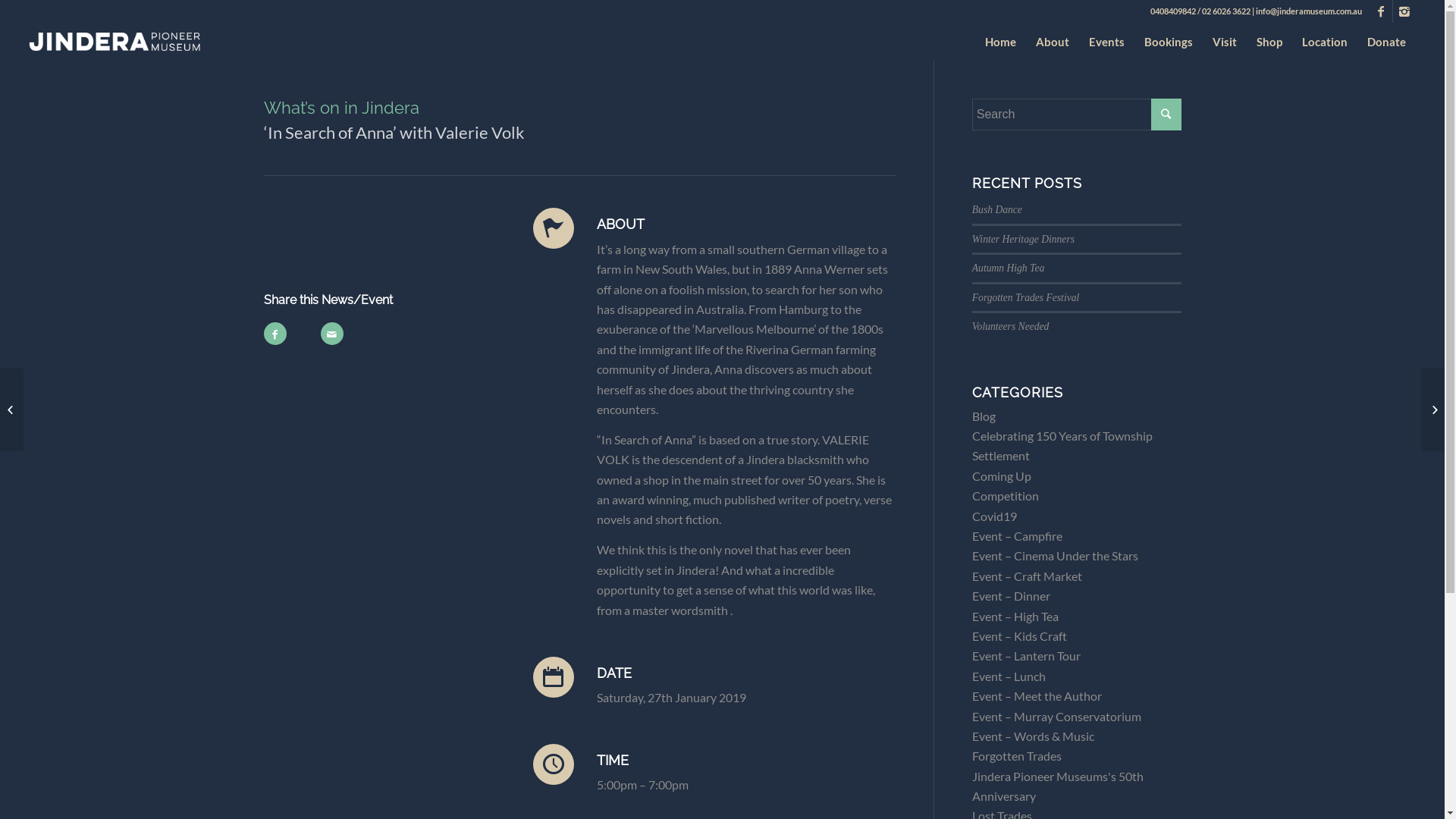  Describe the element at coordinates (1308, 11) in the screenshot. I see `'info@jinderamuseum.com.au'` at that location.